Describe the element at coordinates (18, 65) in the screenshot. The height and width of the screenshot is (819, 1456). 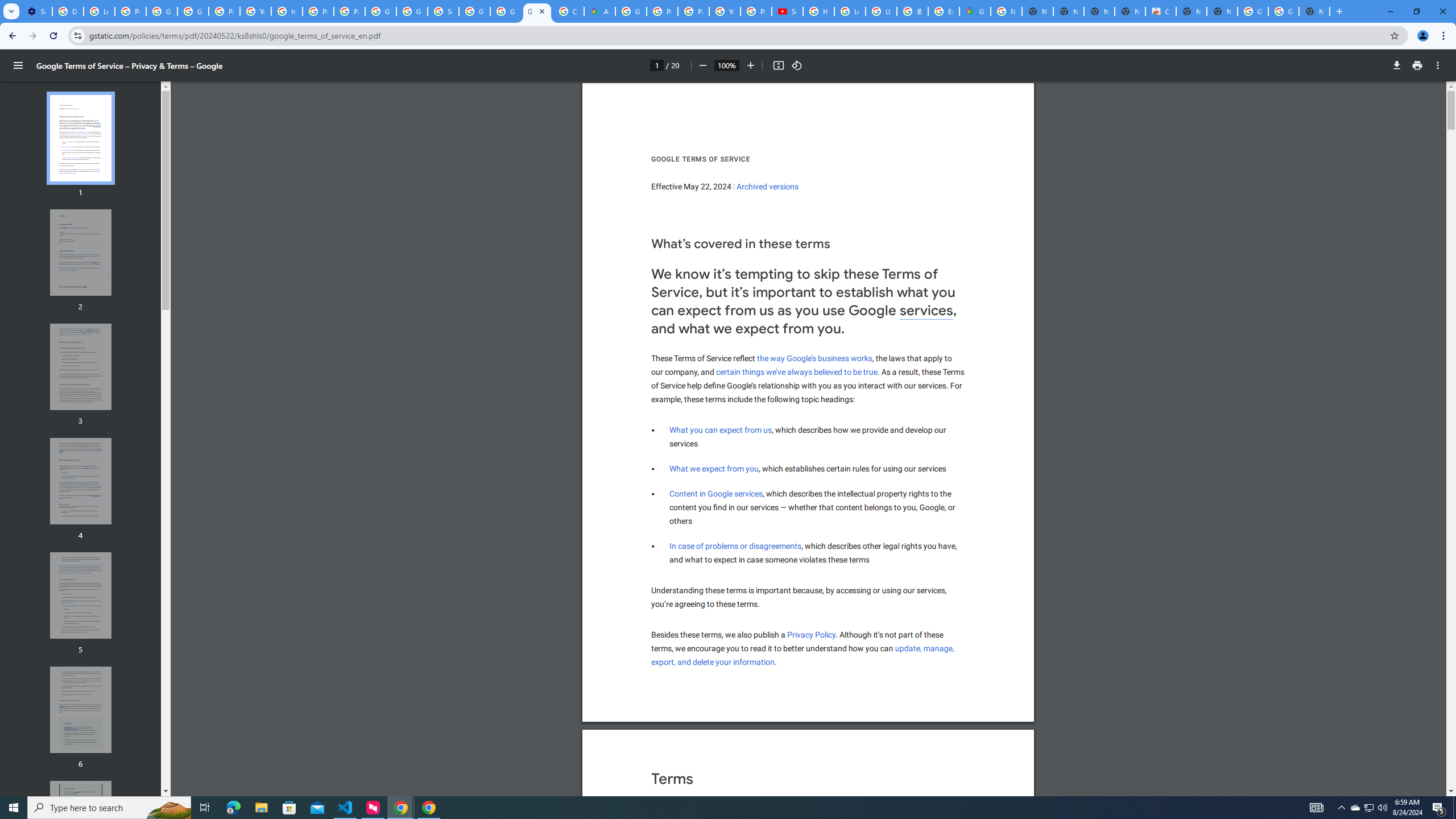
I see `'Menu'` at that location.